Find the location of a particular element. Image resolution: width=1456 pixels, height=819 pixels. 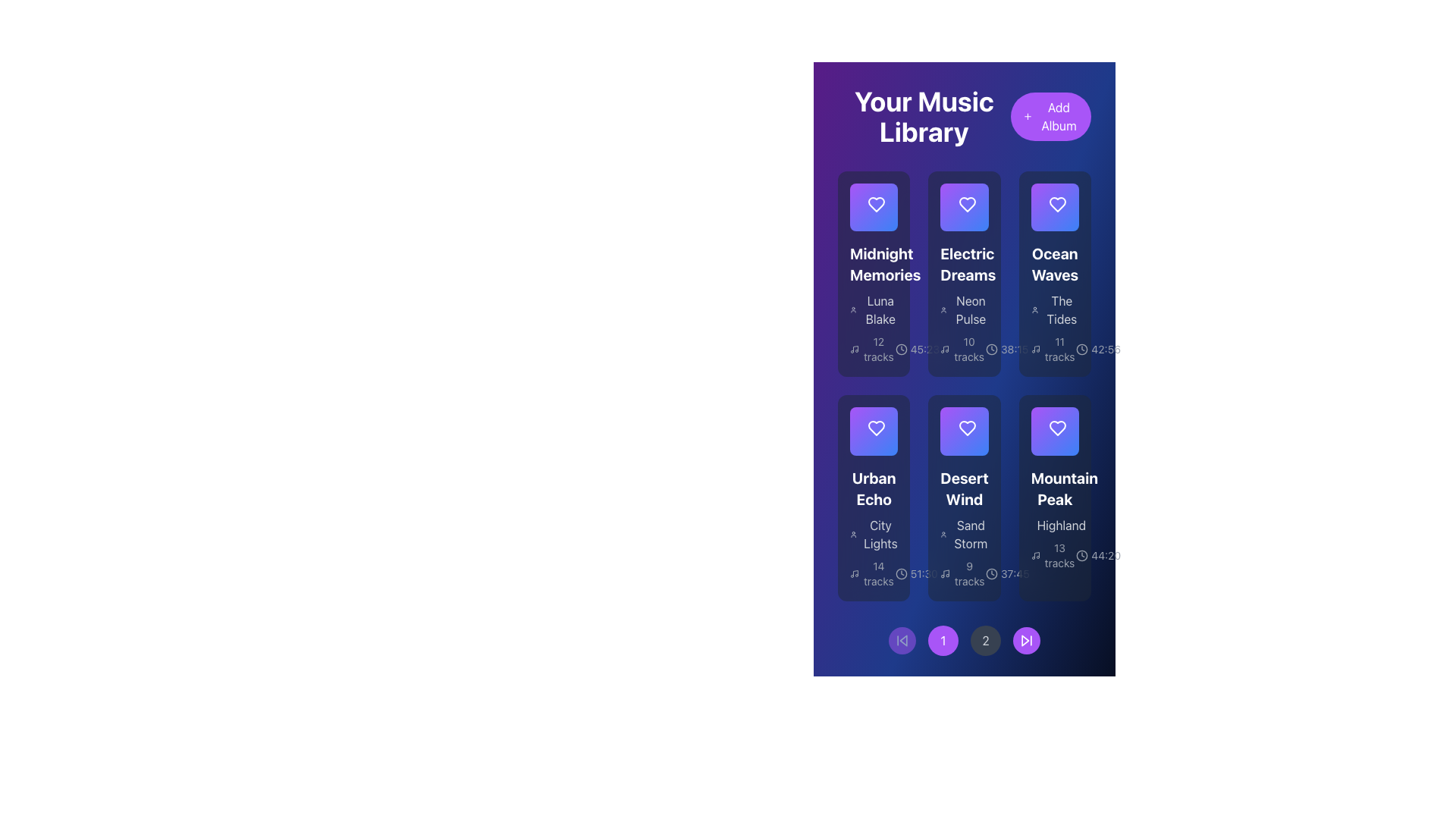

the Label displaying '13 tracks' with a music icon, located within the 'Mountain Peak' album card at the bottom right corner of the visible grid is located at coordinates (1053, 555).